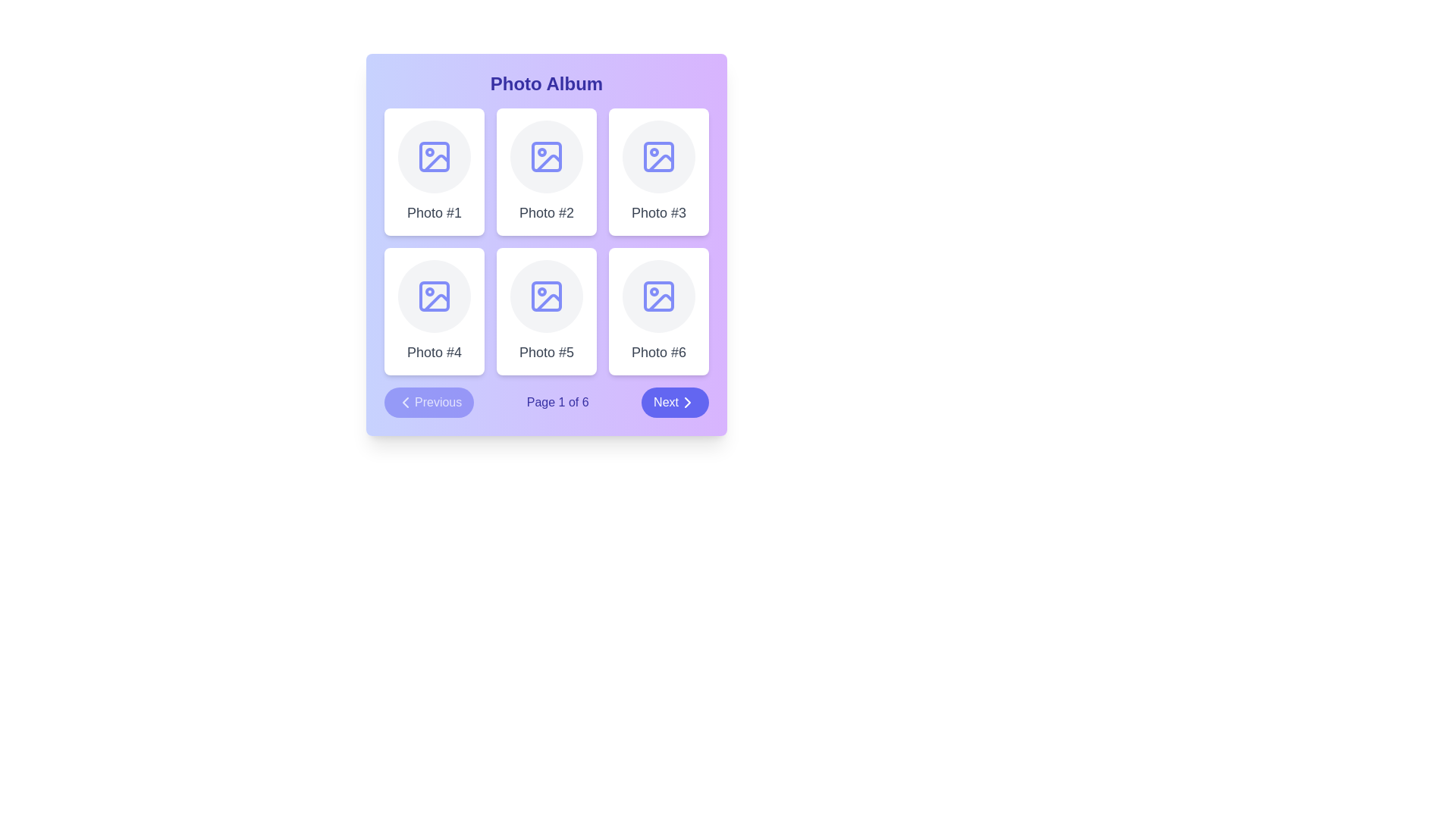  What do you see at coordinates (658, 296) in the screenshot?
I see `the graphical representation of the photo frame located in the sixth position of a 2x3 grid layout, specifically in the bottom-right corner` at bounding box center [658, 296].